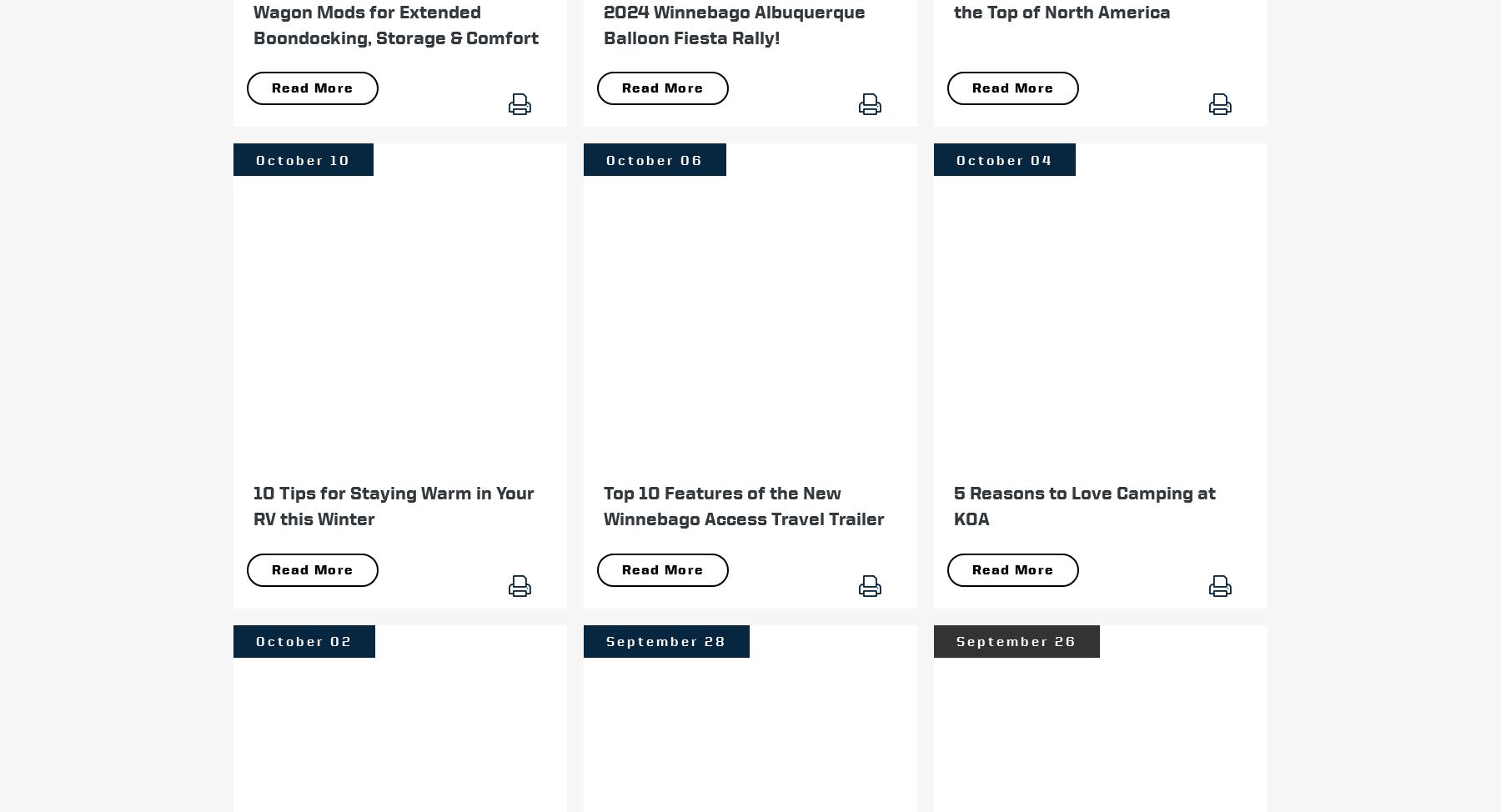 The image size is (1501, 812). What do you see at coordinates (393, 504) in the screenshot?
I see `'10 Tips for Staying Warm in Your RV this Winter'` at bounding box center [393, 504].